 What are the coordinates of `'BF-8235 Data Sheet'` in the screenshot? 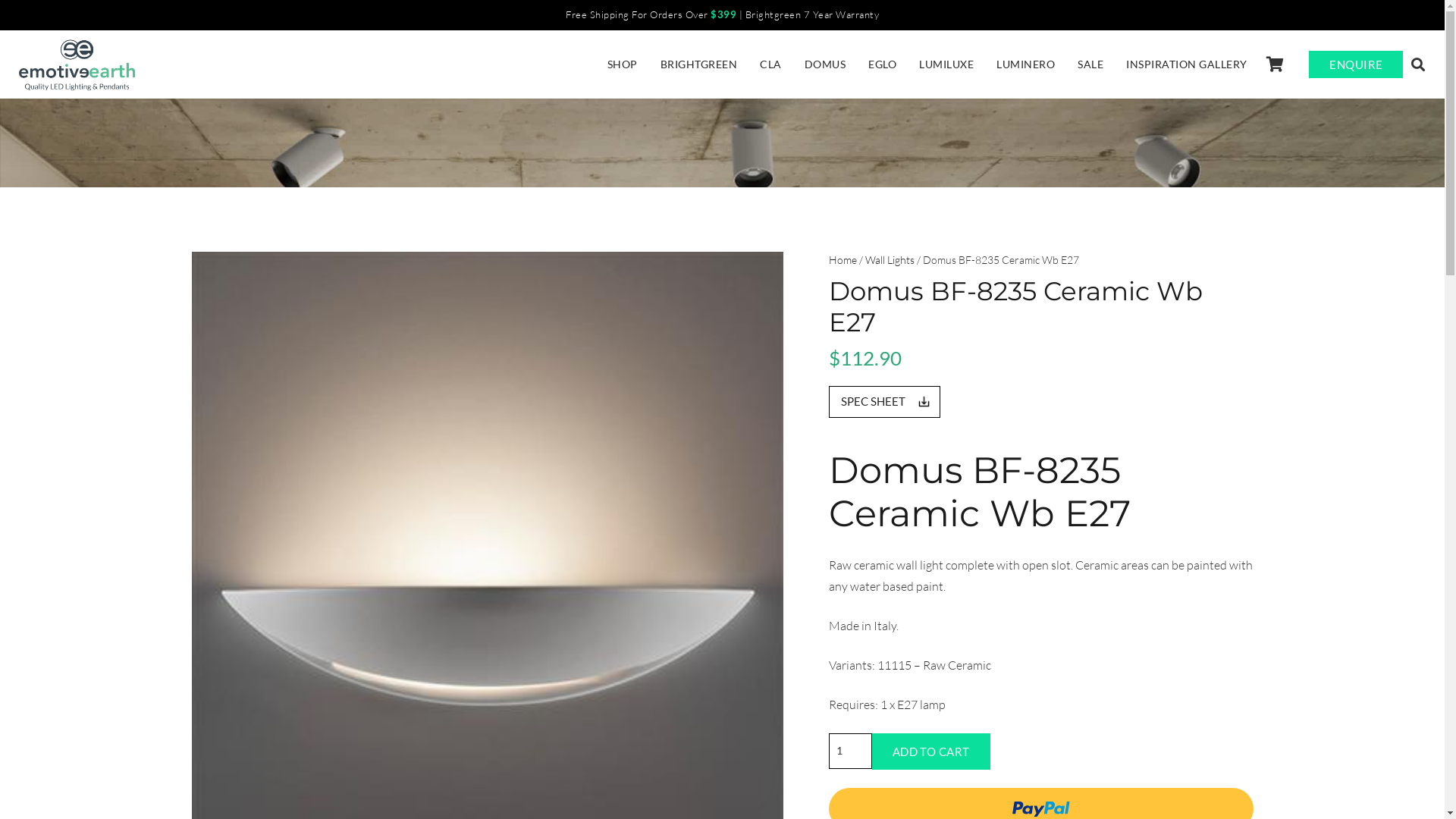 It's located at (883, 400).